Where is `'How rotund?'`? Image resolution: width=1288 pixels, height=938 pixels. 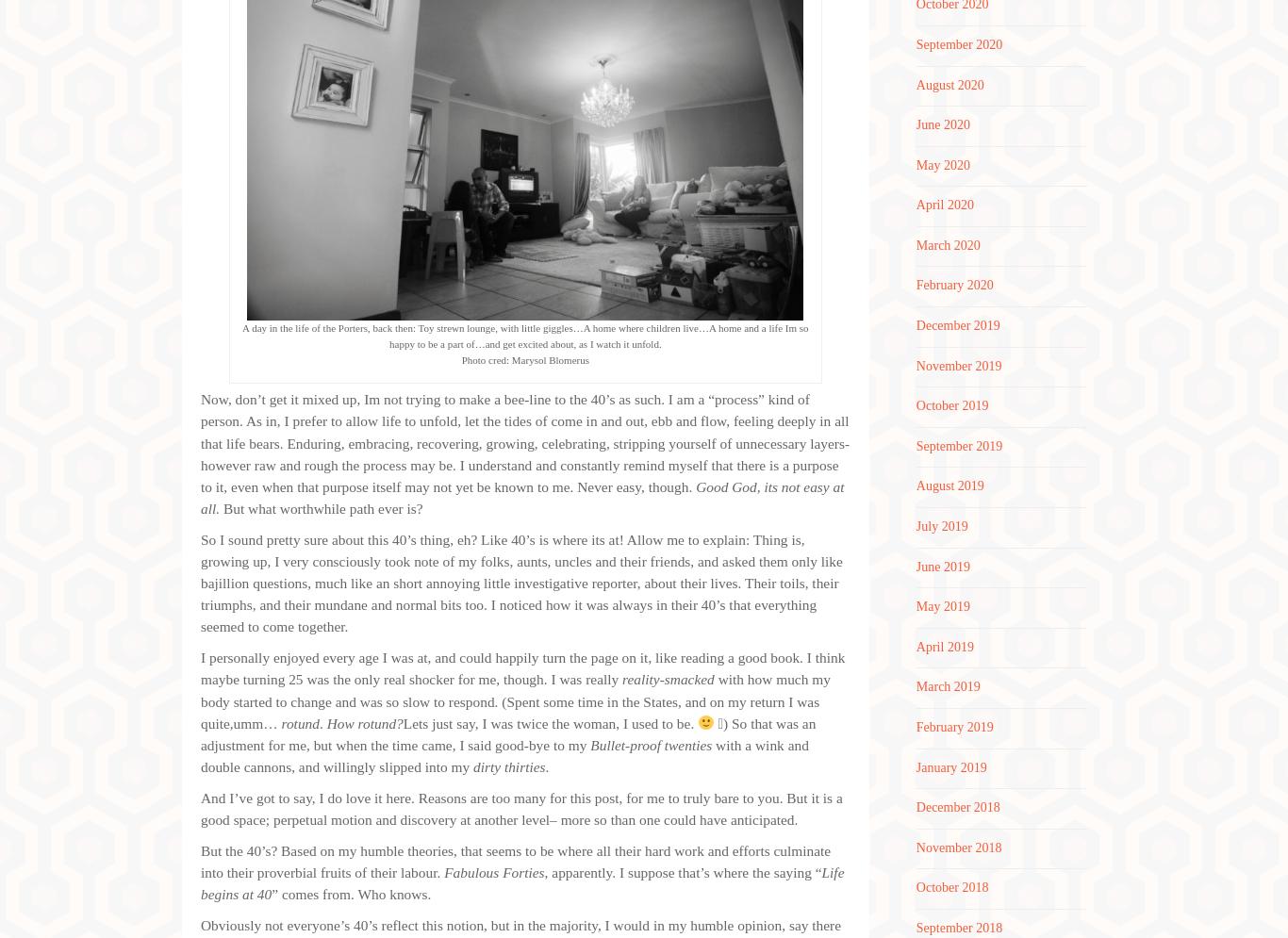
'How rotund?' is located at coordinates (363, 722).